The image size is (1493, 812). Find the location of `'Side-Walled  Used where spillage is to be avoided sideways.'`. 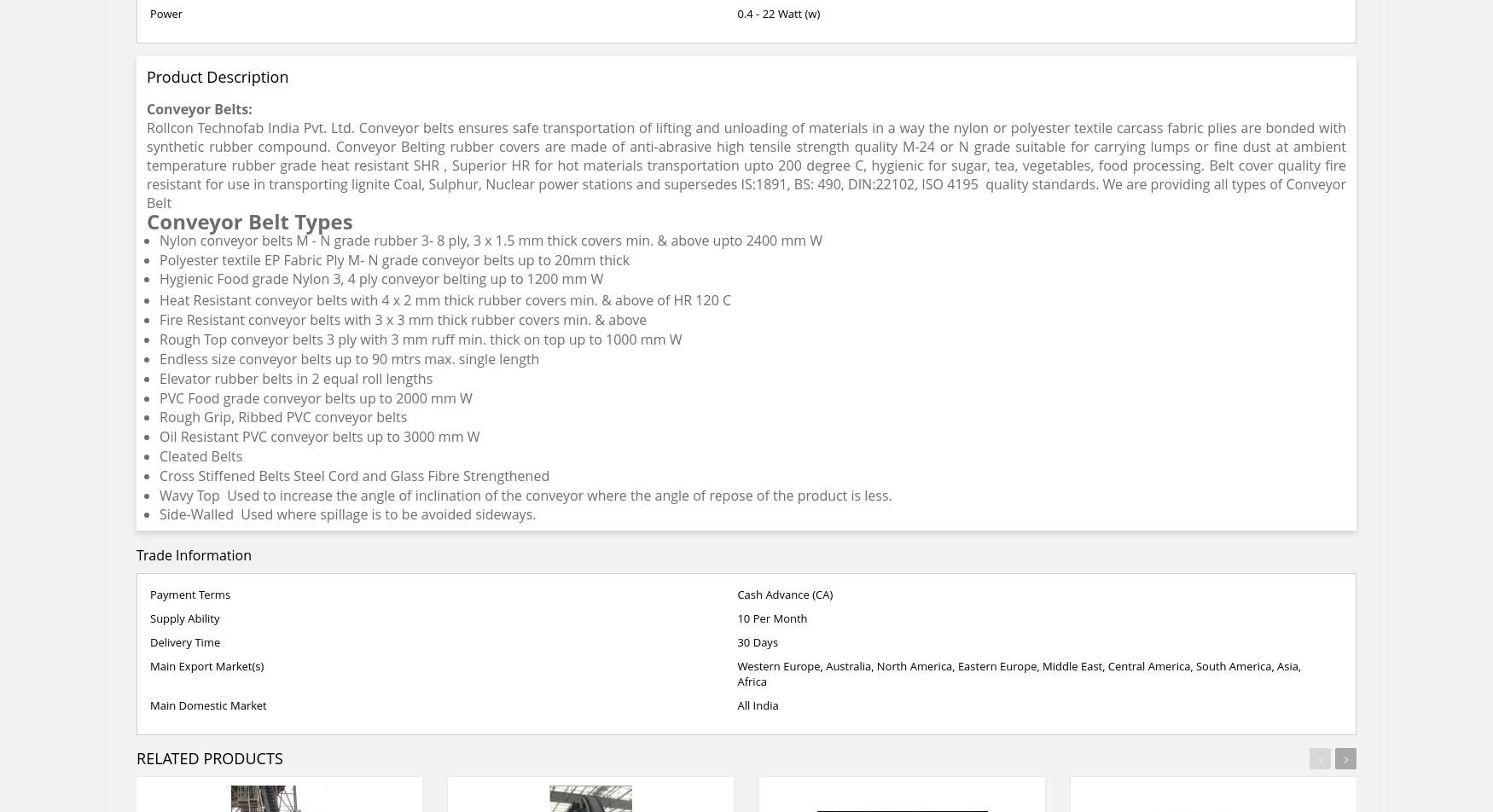

'Side-Walled  Used where spillage is to be avoided sideways.' is located at coordinates (159, 513).